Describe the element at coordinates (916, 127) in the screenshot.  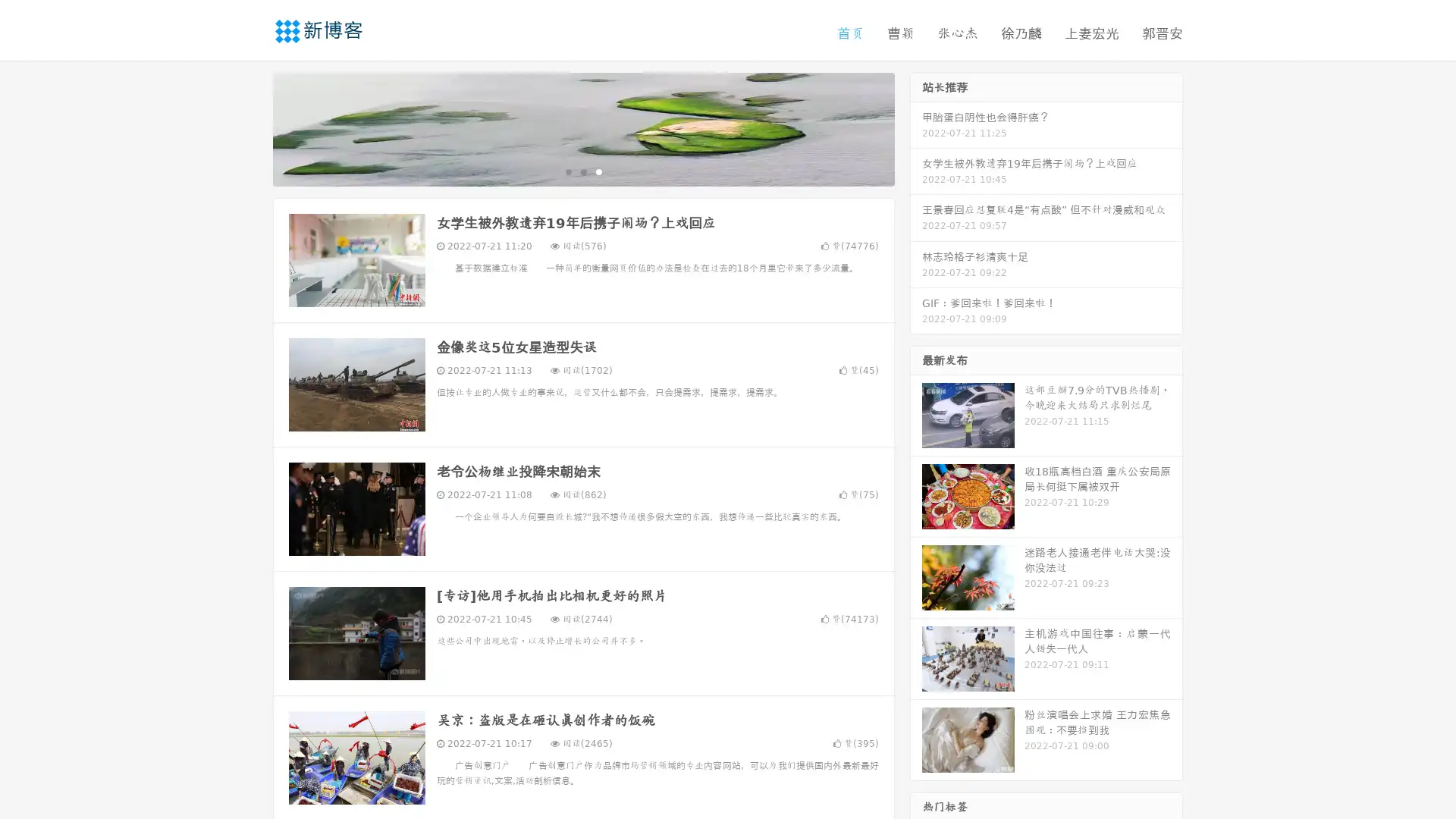
I see `Next slide` at that location.